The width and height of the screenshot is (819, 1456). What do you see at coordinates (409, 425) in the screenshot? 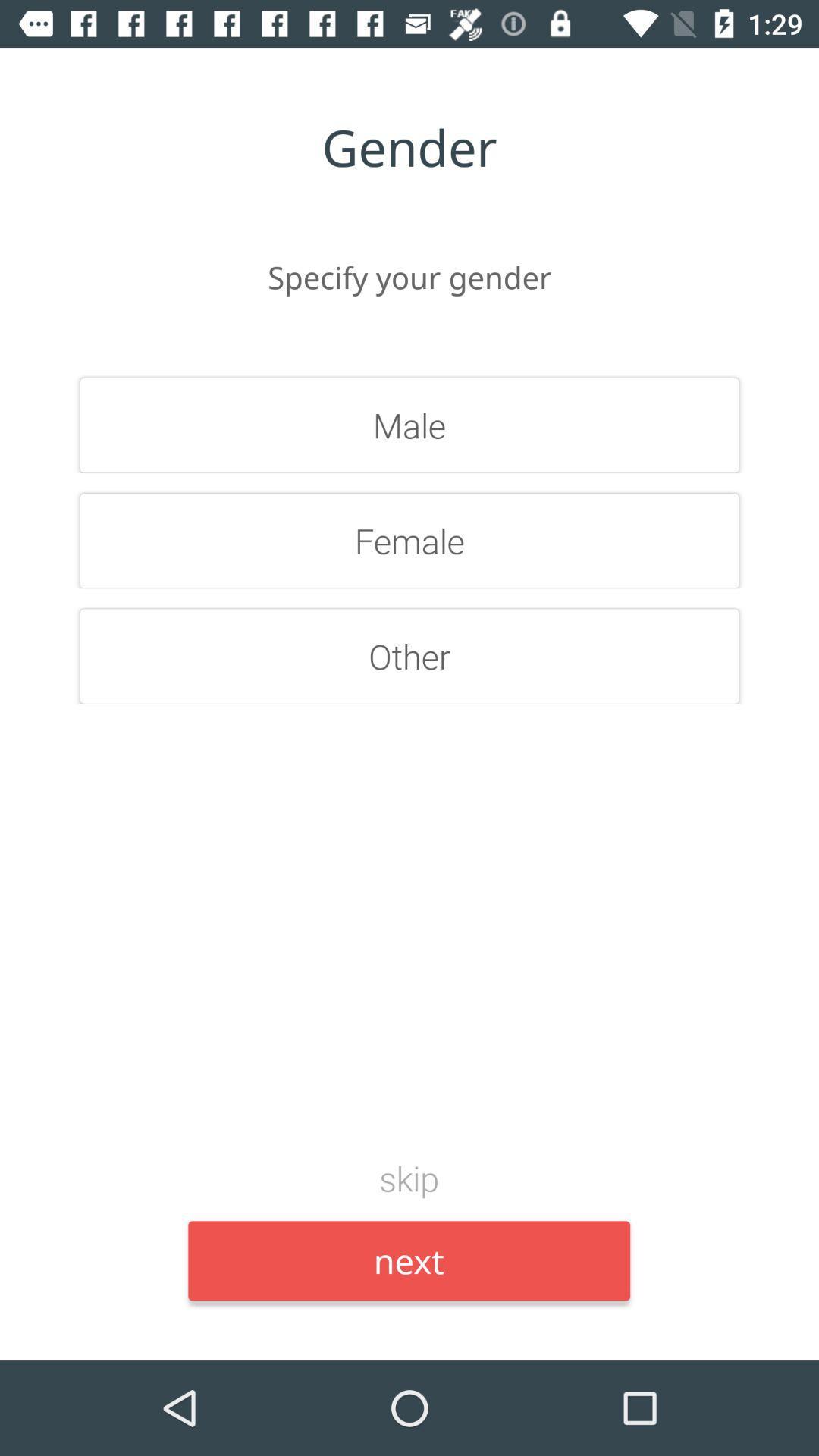
I see `male icon` at bounding box center [409, 425].